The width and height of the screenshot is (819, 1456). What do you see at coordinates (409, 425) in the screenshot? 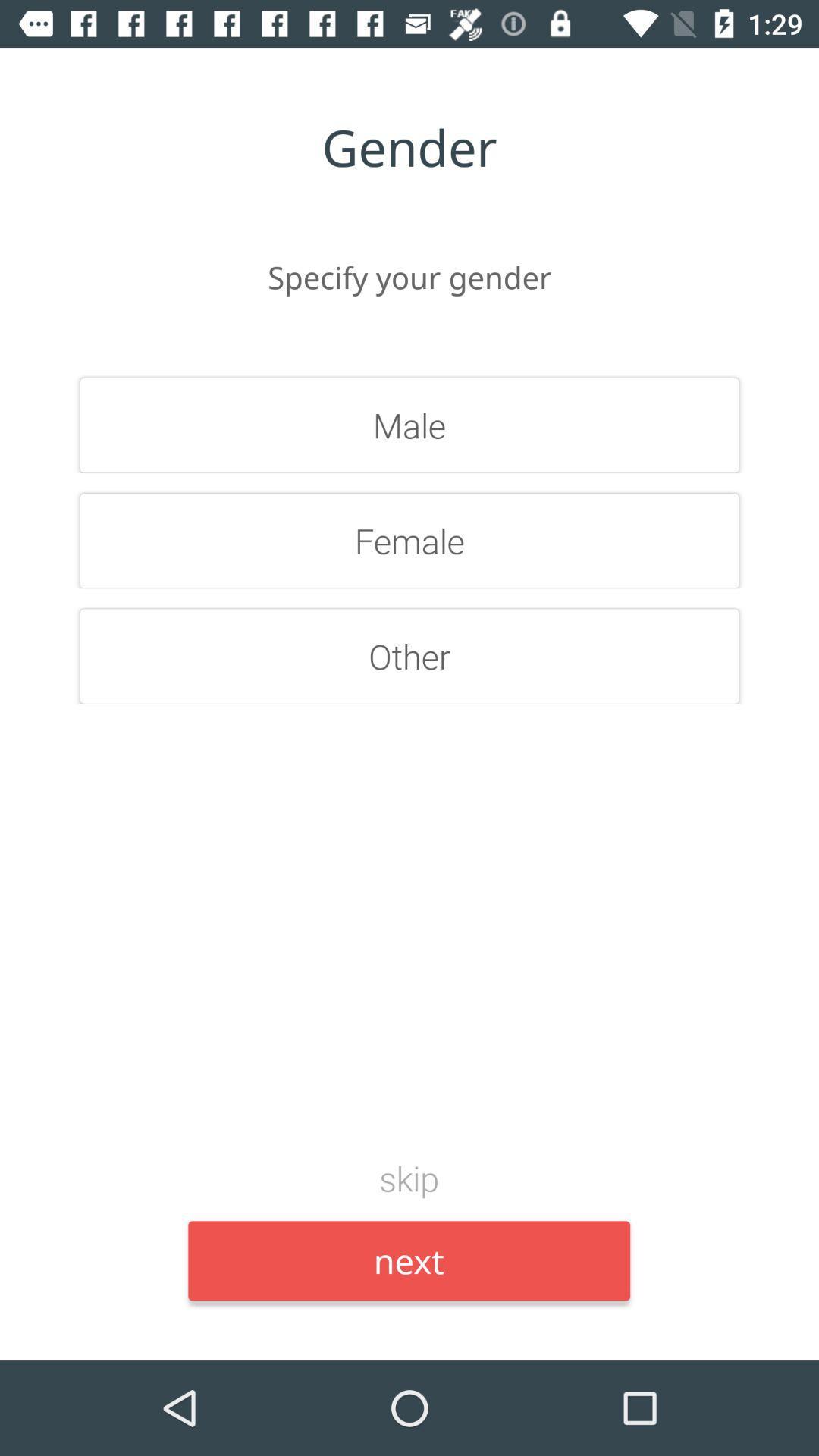
I see `male icon` at bounding box center [409, 425].